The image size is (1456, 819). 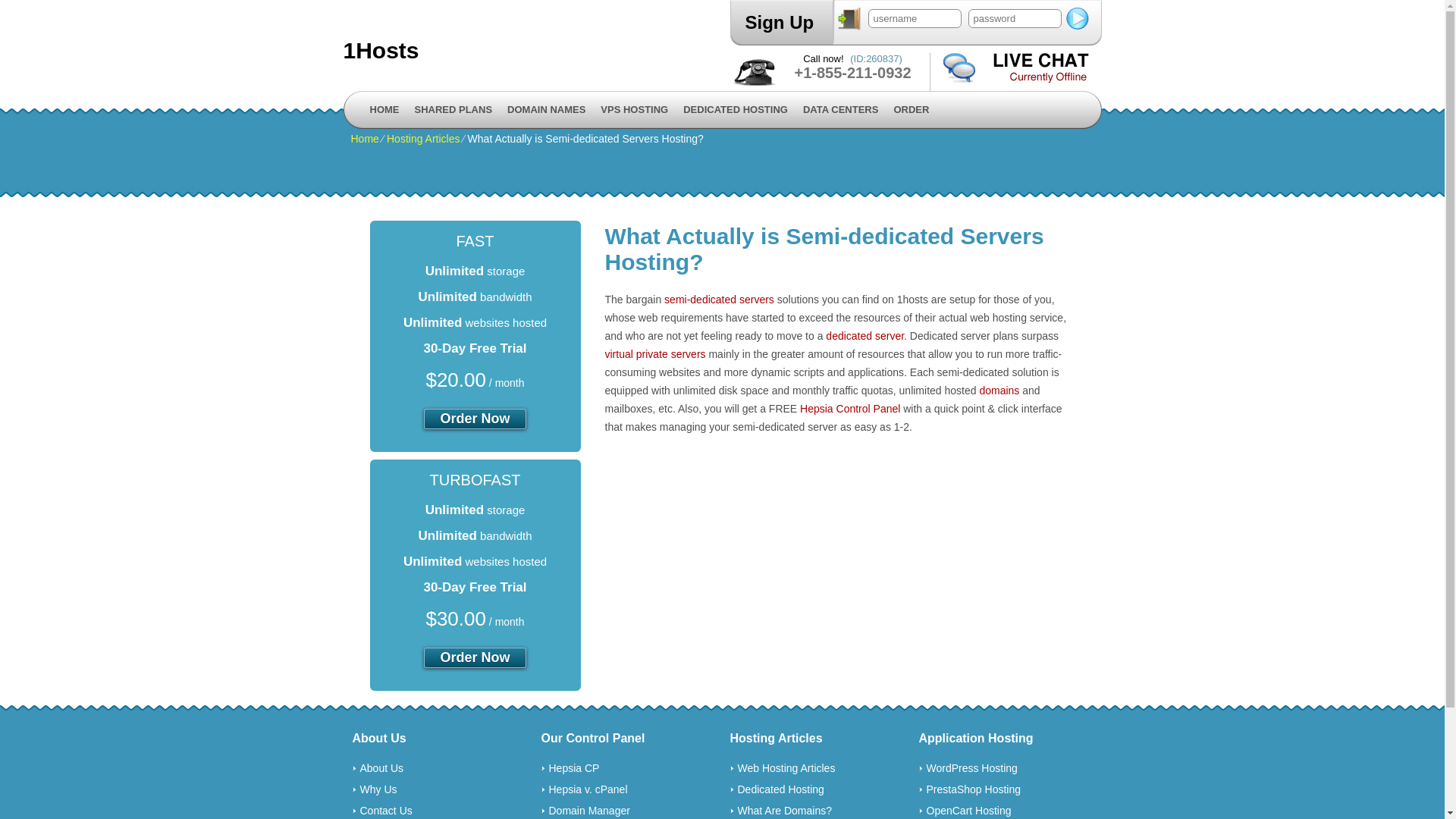 What do you see at coordinates (381, 768) in the screenshot?
I see `'About Us'` at bounding box center [381, 768].